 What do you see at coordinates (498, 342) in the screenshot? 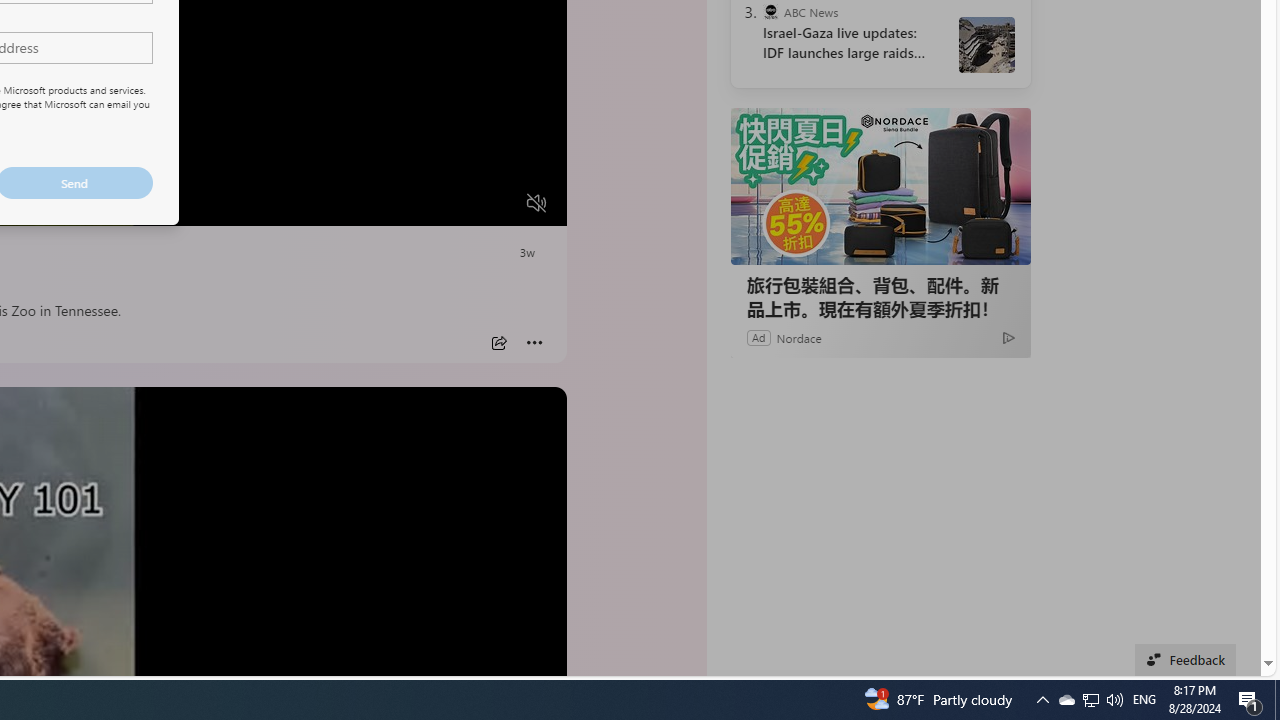
I see `'Share'` at bounding box center [498, 342].